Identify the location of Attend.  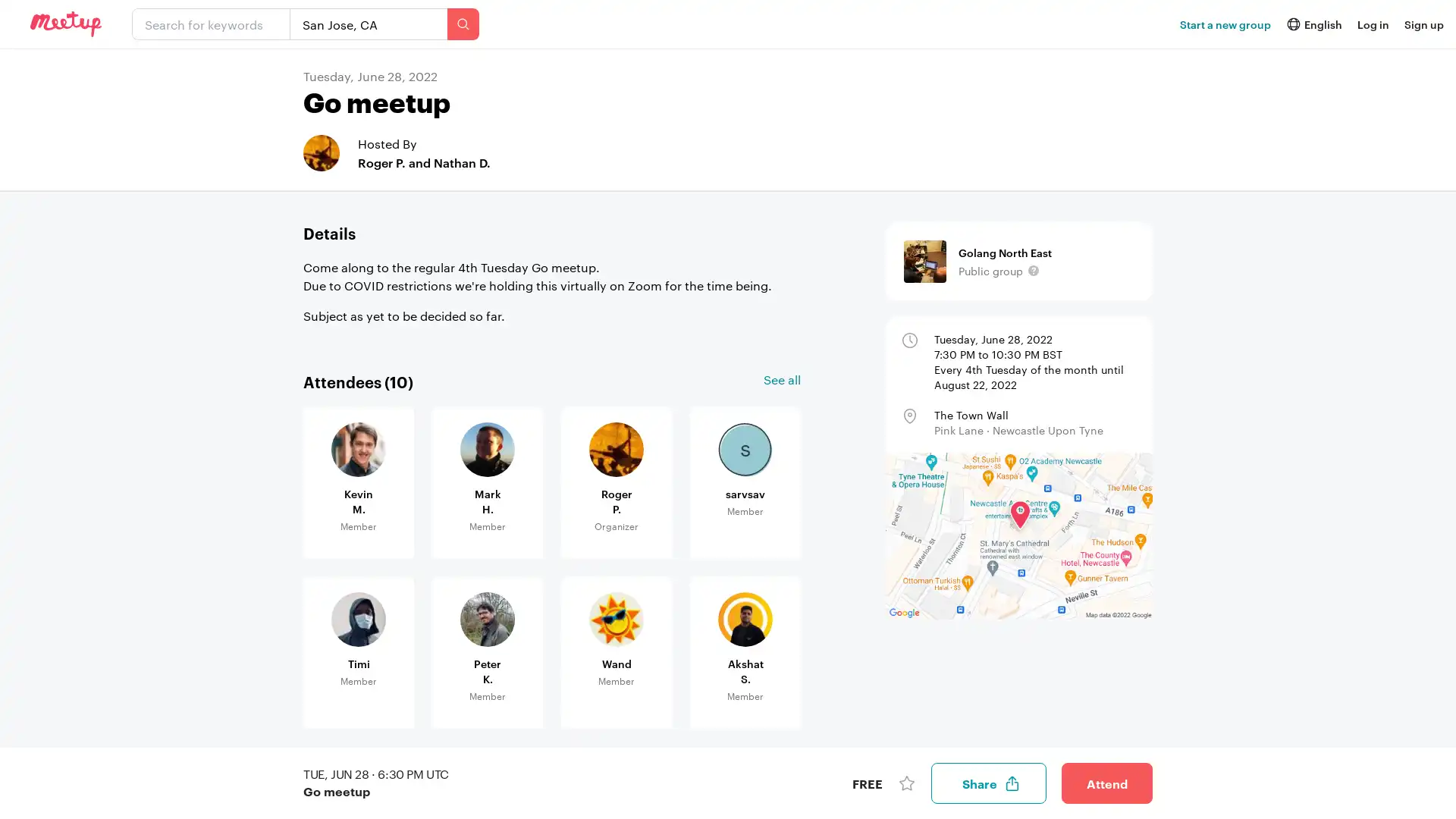
(1106, 783).